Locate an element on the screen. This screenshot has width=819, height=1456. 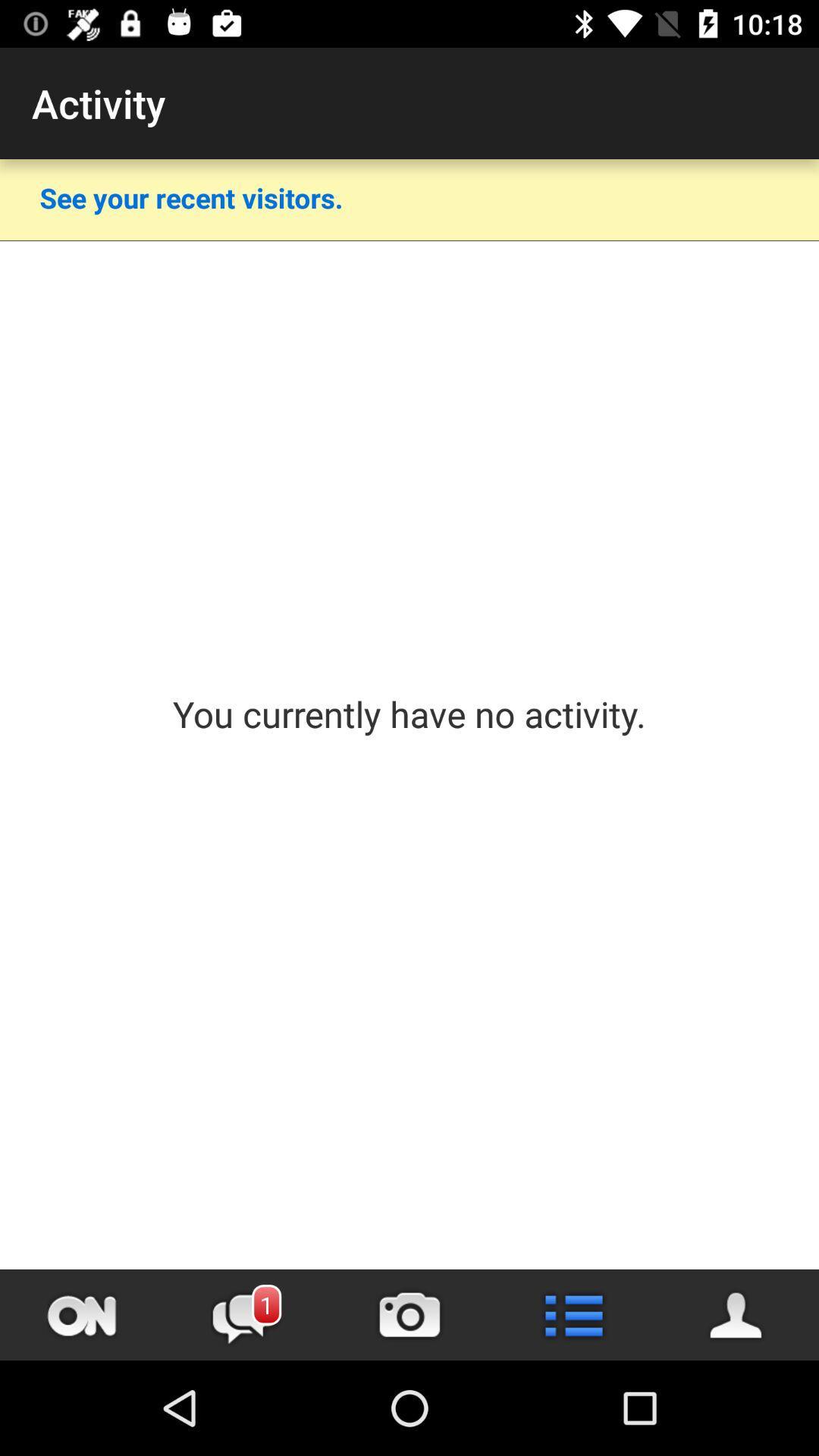
the item below the activity item is located at coordinates (190, 196).